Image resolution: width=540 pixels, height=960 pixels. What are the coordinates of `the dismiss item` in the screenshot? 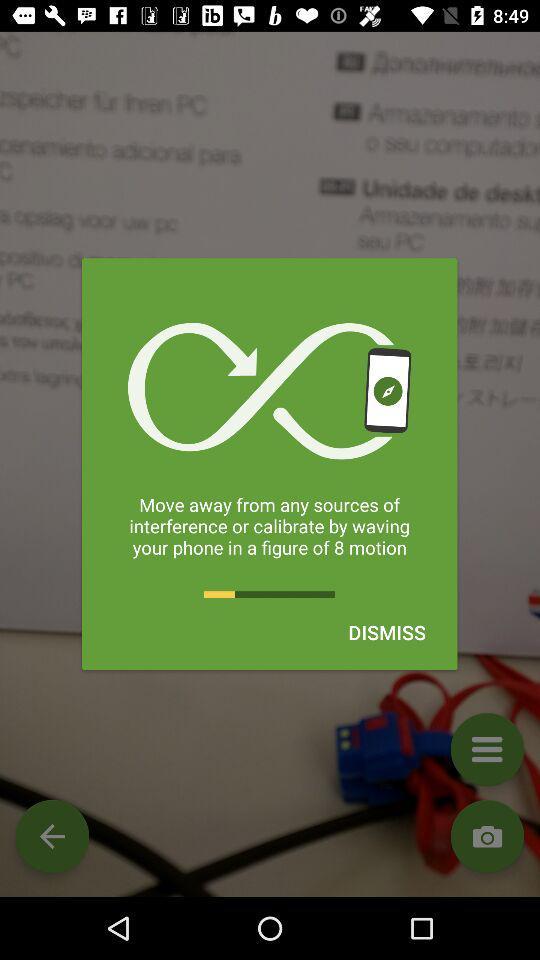 It's located at (387, 631).